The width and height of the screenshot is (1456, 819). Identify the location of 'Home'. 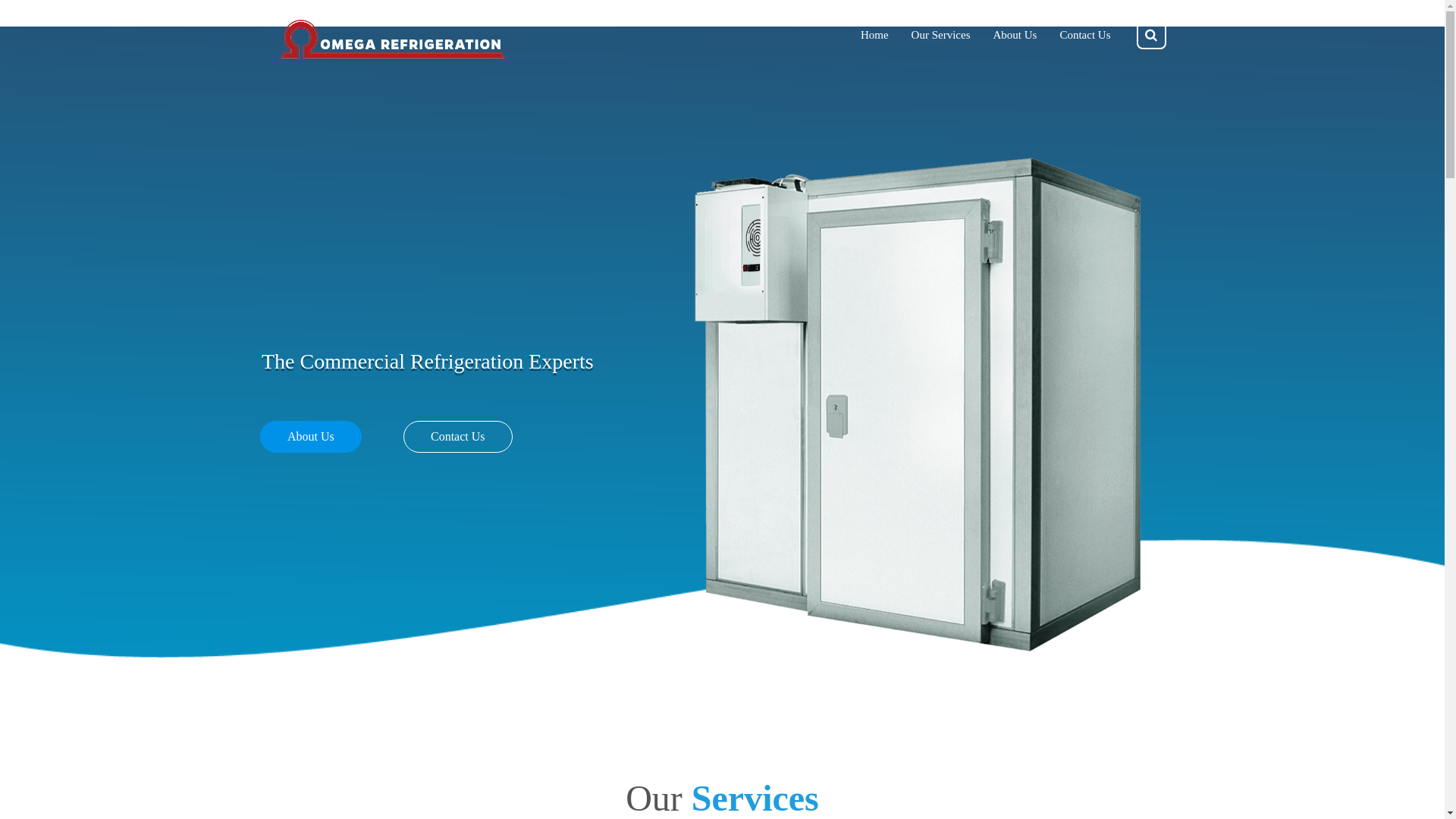
(874, 34).